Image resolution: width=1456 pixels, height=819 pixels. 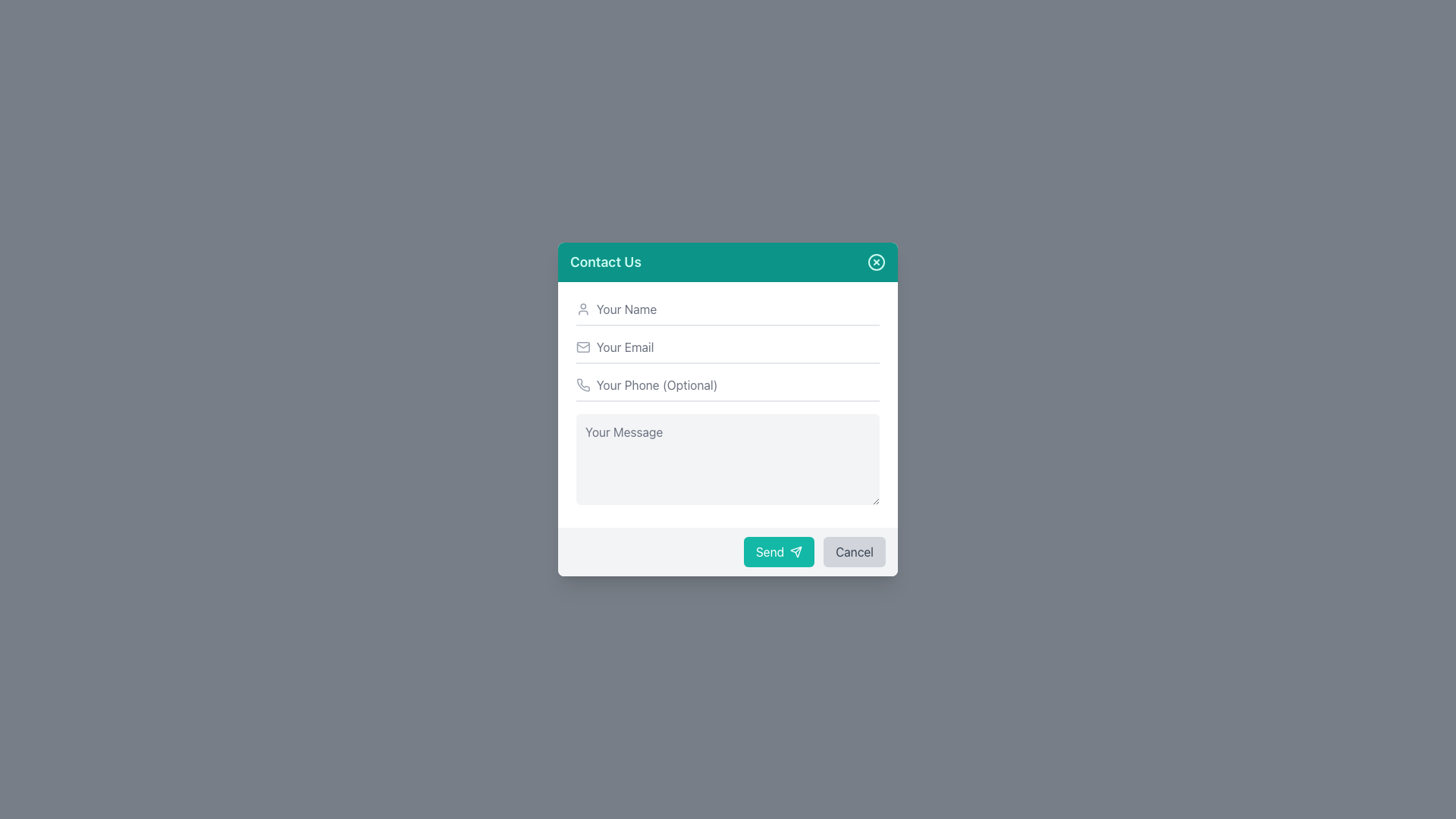 I want to click on the email input field in the 'Contact Us' form, so click(x=738, y=347).